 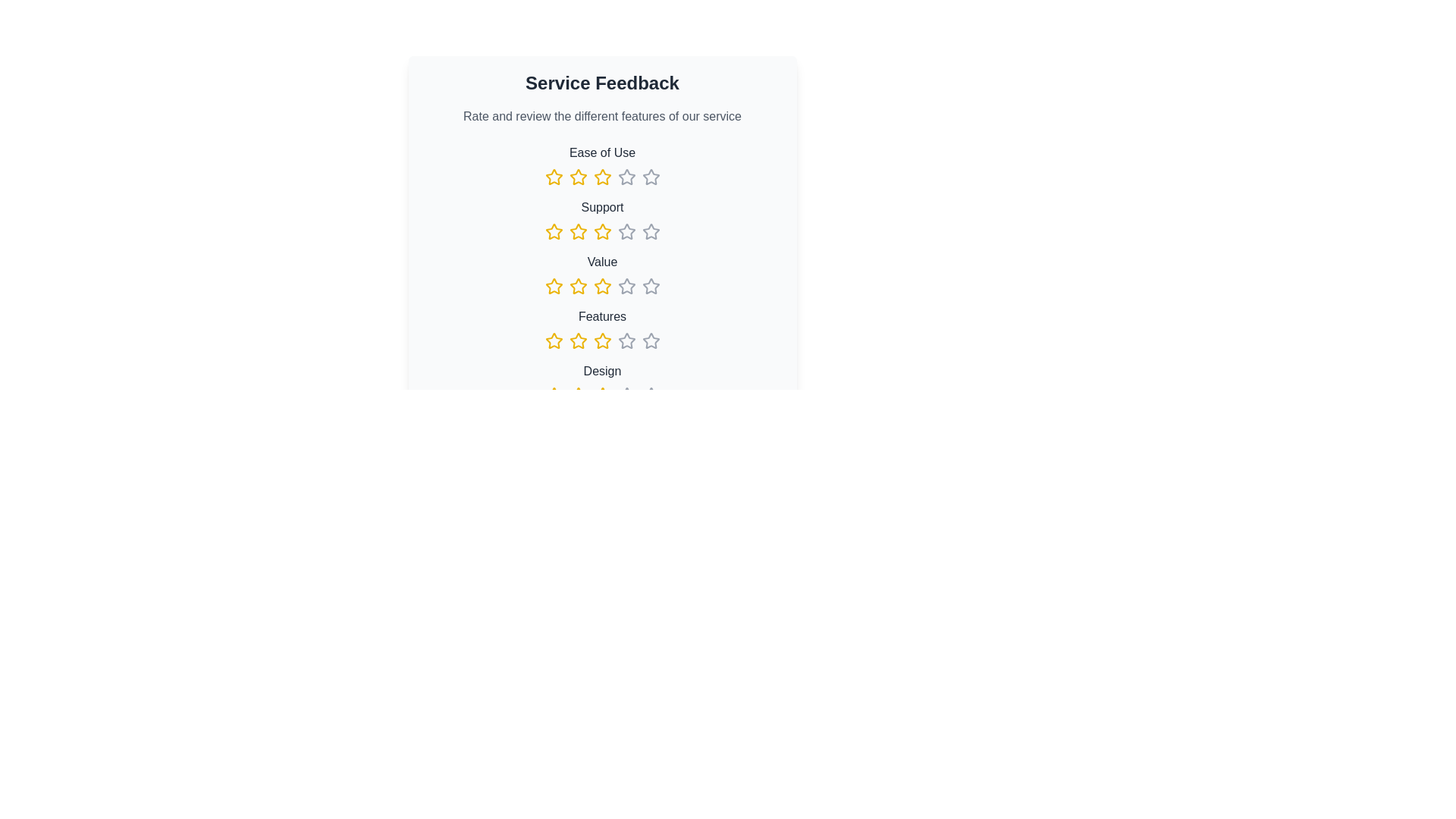 What do you see at coordinates (601, 231) in the screenshot?
I see `the second star icon in the 5-star rating system for the 'Support' category to express a rating` at bounding box center [601, 231].